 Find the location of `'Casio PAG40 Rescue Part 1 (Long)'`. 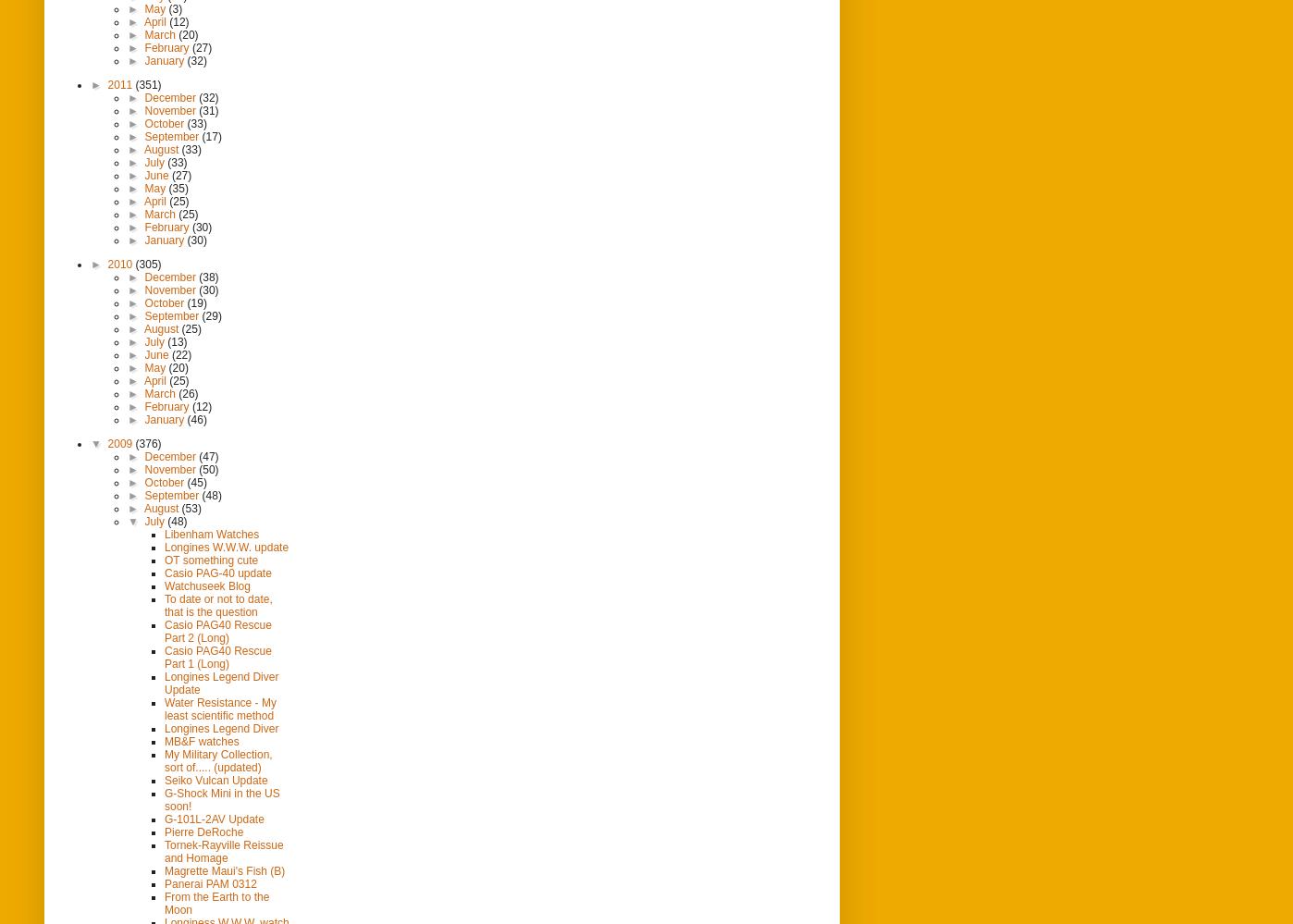

'Casio PAG40 Rescue Part 1 (Long)' is located at coordinates (164, 656).